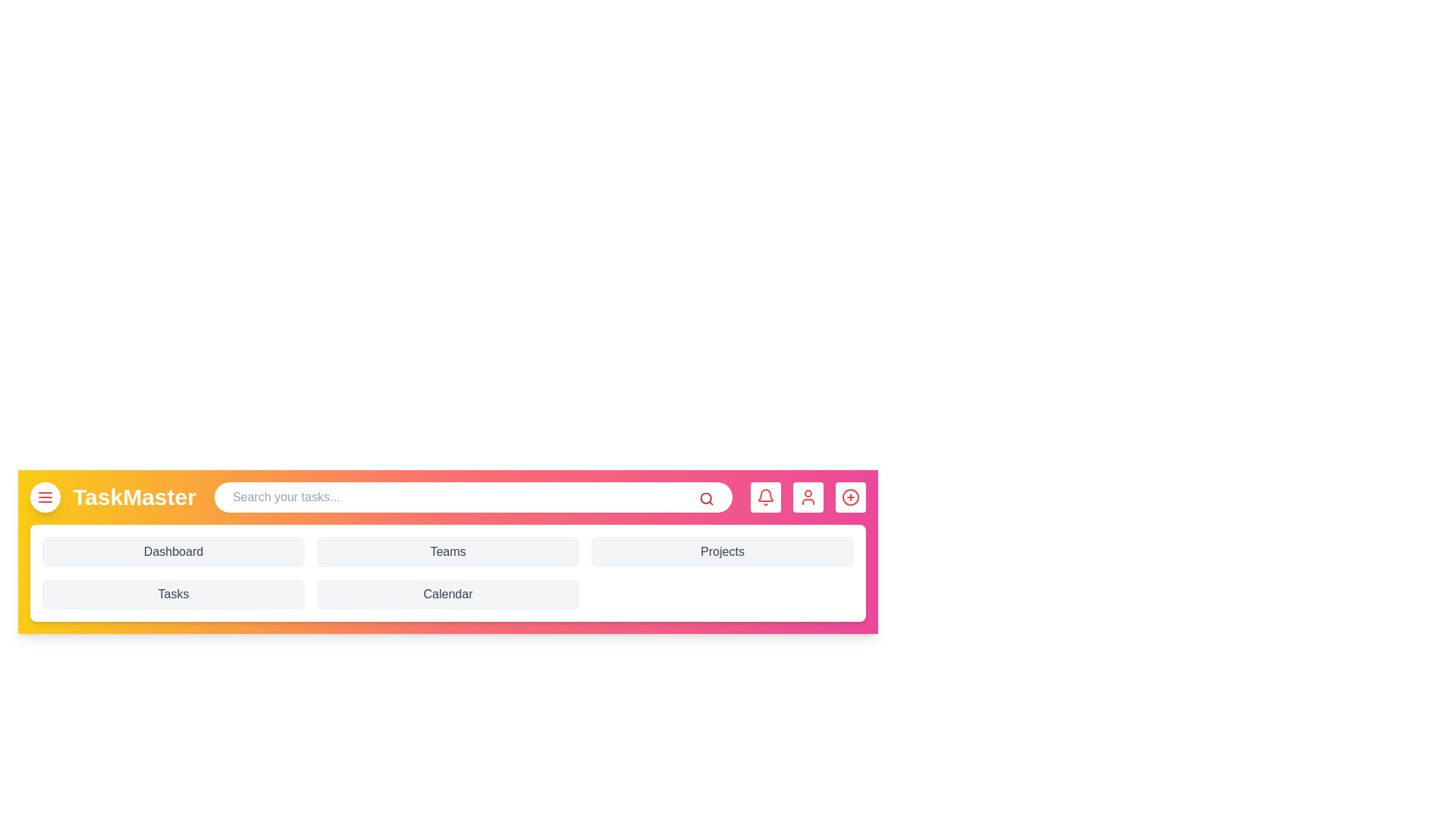 This screenshot has width=1456, height=819. Describe the element at coordinates (174, 593) in the screenshot. I see `the 'Tasks' button to navigate to the Tasks section` at that location.